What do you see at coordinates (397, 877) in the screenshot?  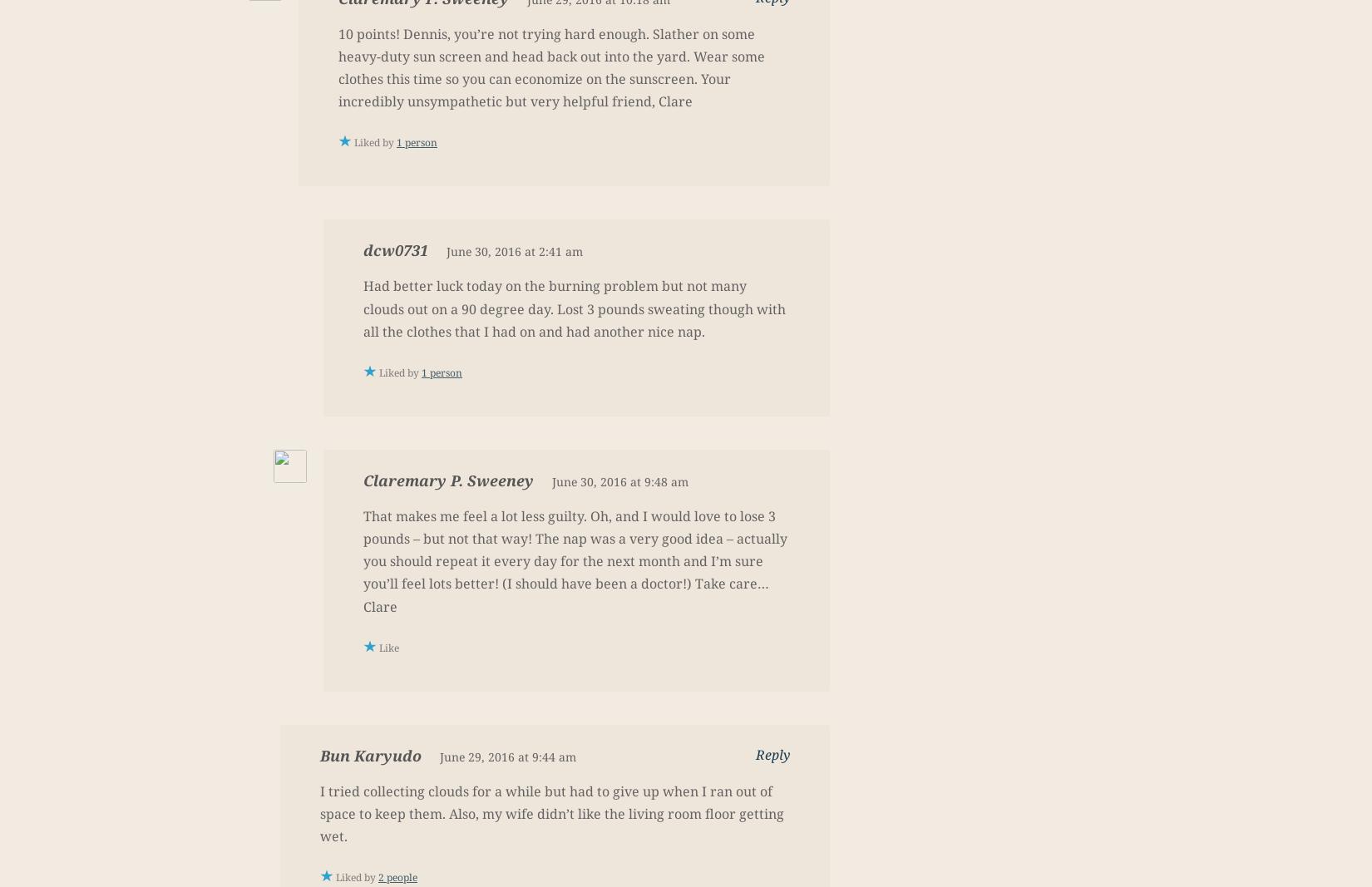 I see `'2 people'` at bounding box center [397, 877].